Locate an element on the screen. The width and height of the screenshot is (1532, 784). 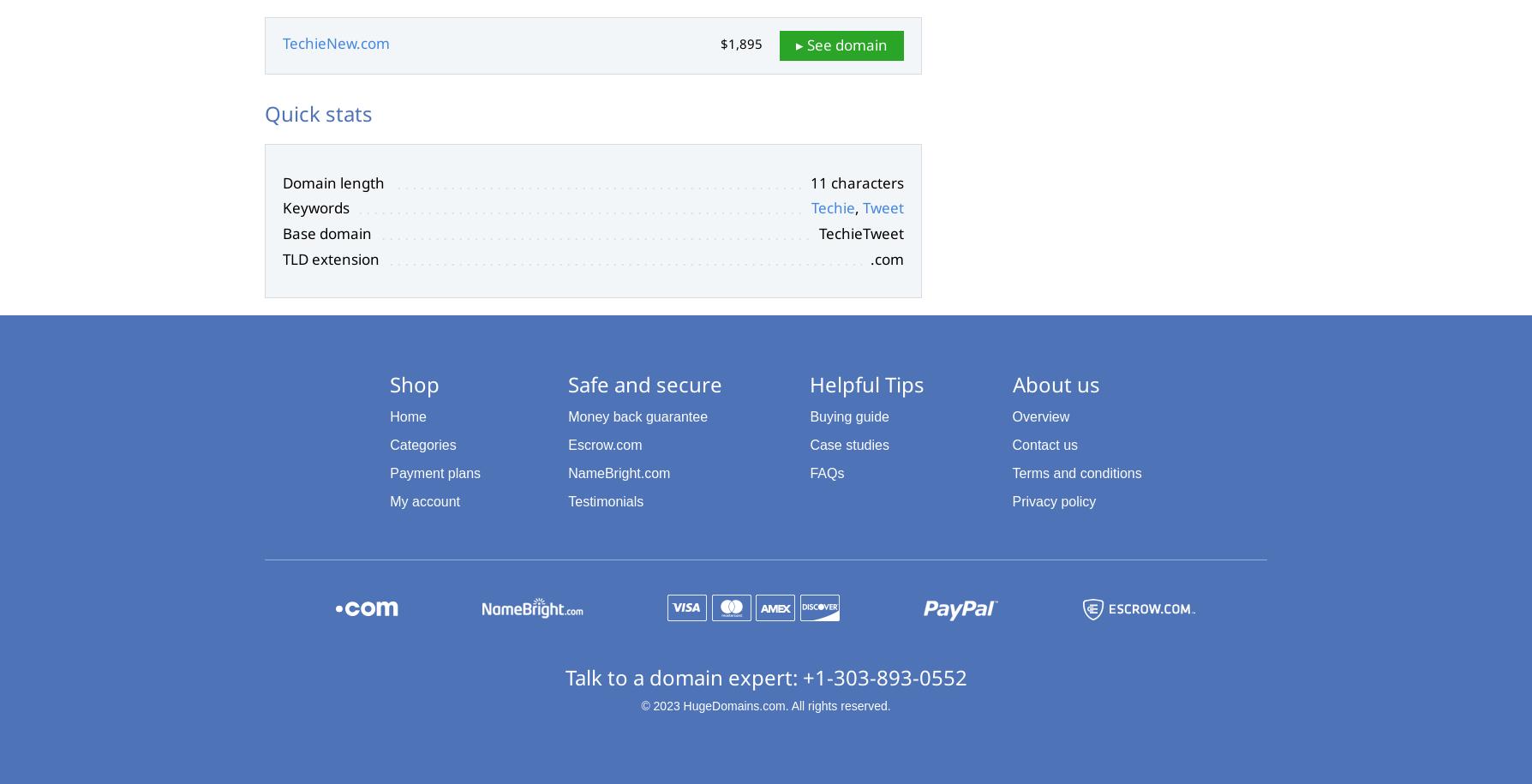
'Buying guide' is located at coordinates (809, 416).